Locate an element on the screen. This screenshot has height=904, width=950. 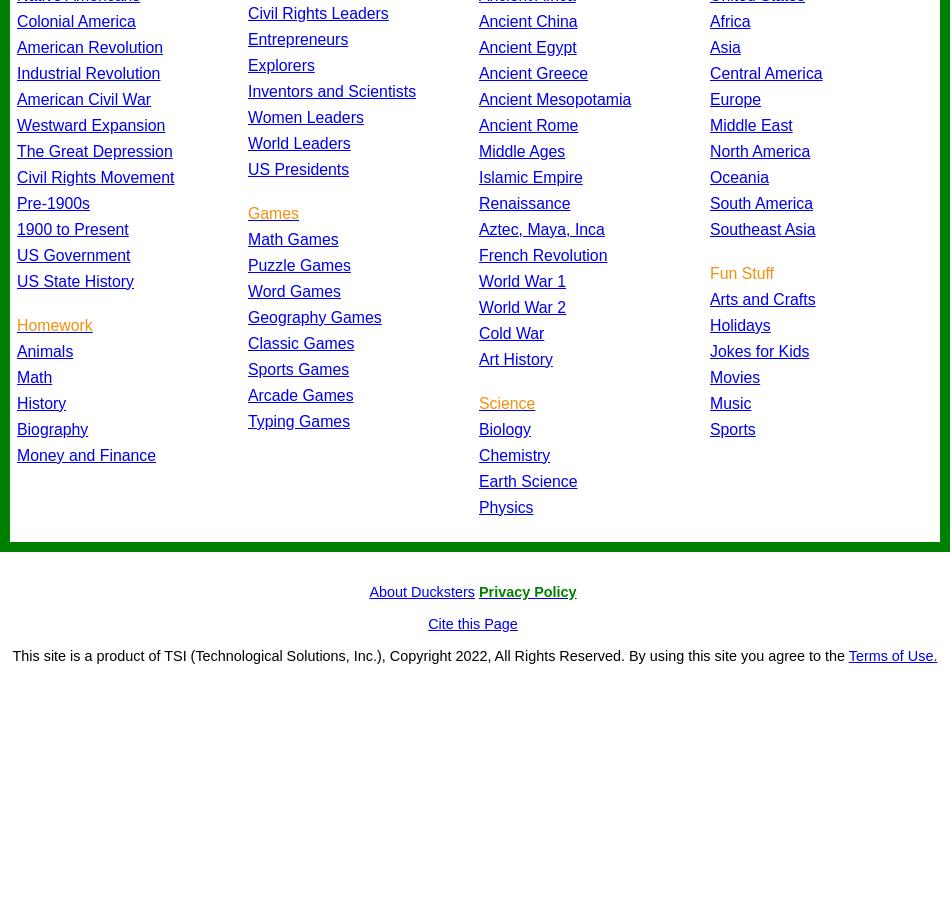
'Fun Stuff' is located at coordinates (740, 271).